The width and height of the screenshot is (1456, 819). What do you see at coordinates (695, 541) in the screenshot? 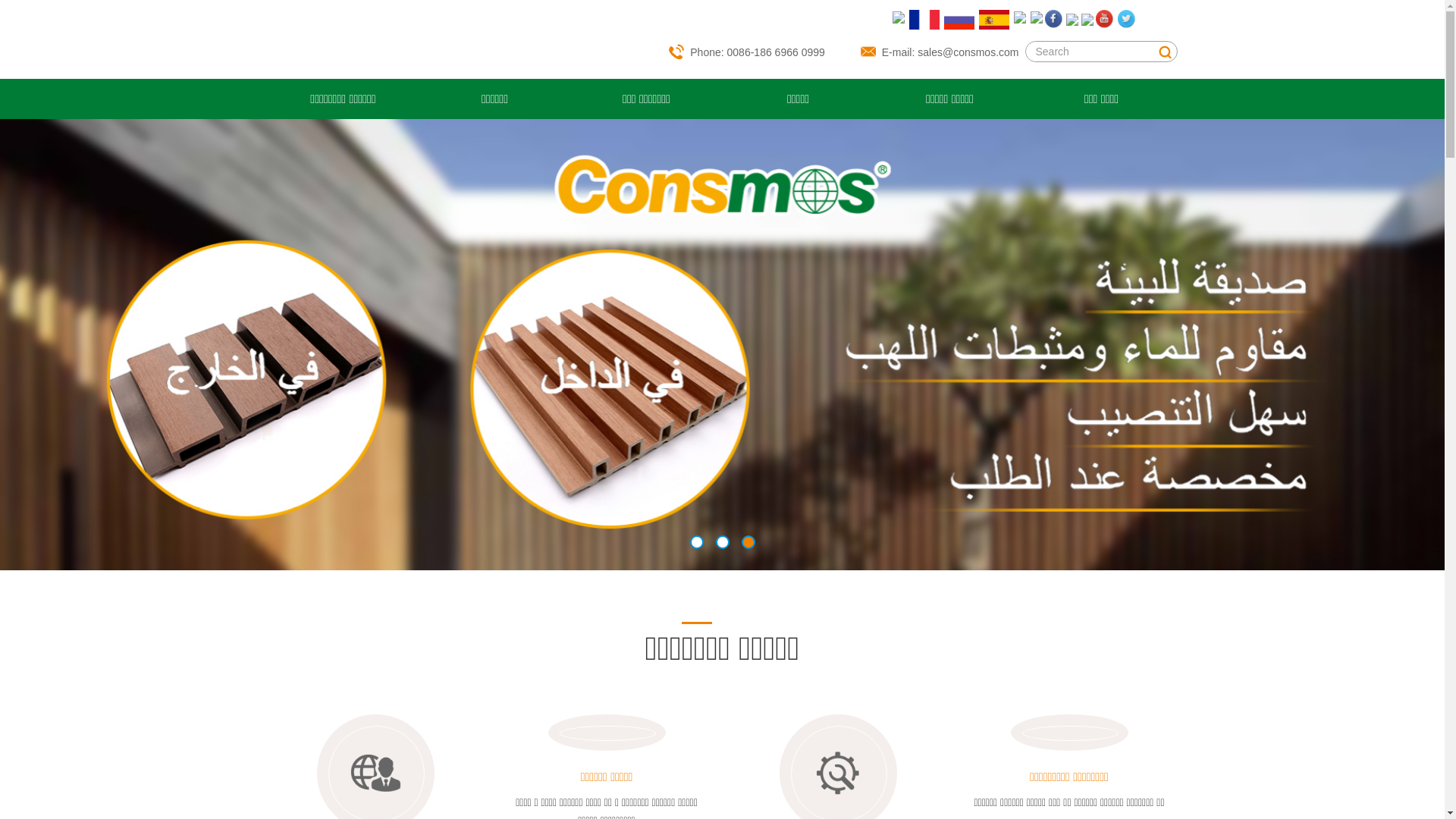
I see `'1'` at bounding box center [695, 541].